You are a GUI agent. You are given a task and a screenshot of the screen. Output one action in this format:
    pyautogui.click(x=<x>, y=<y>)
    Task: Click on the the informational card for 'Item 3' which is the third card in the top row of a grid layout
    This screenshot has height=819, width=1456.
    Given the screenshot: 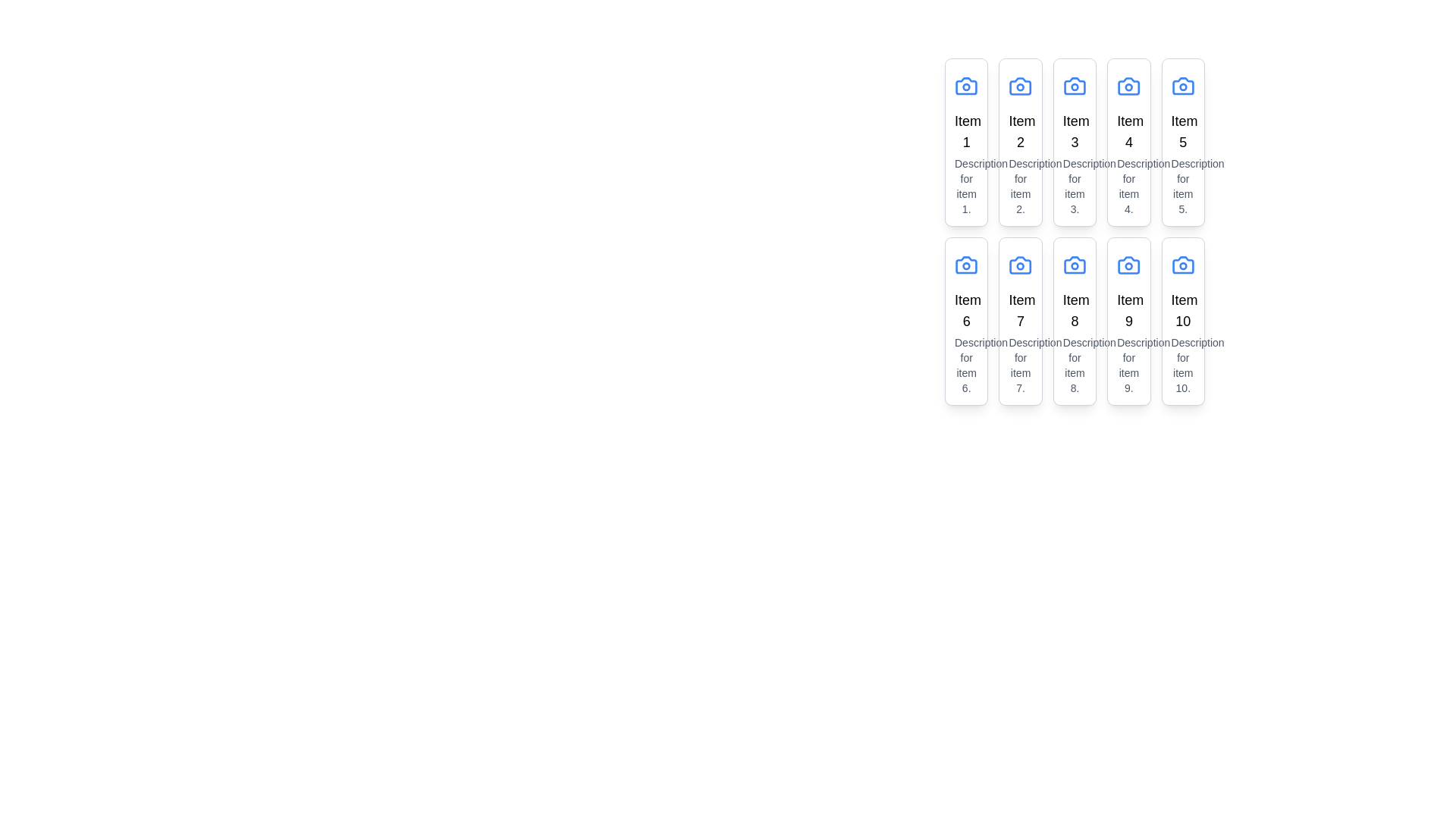 What is the action you would take?
    pyautogui.click(x=1074, y=143)
    